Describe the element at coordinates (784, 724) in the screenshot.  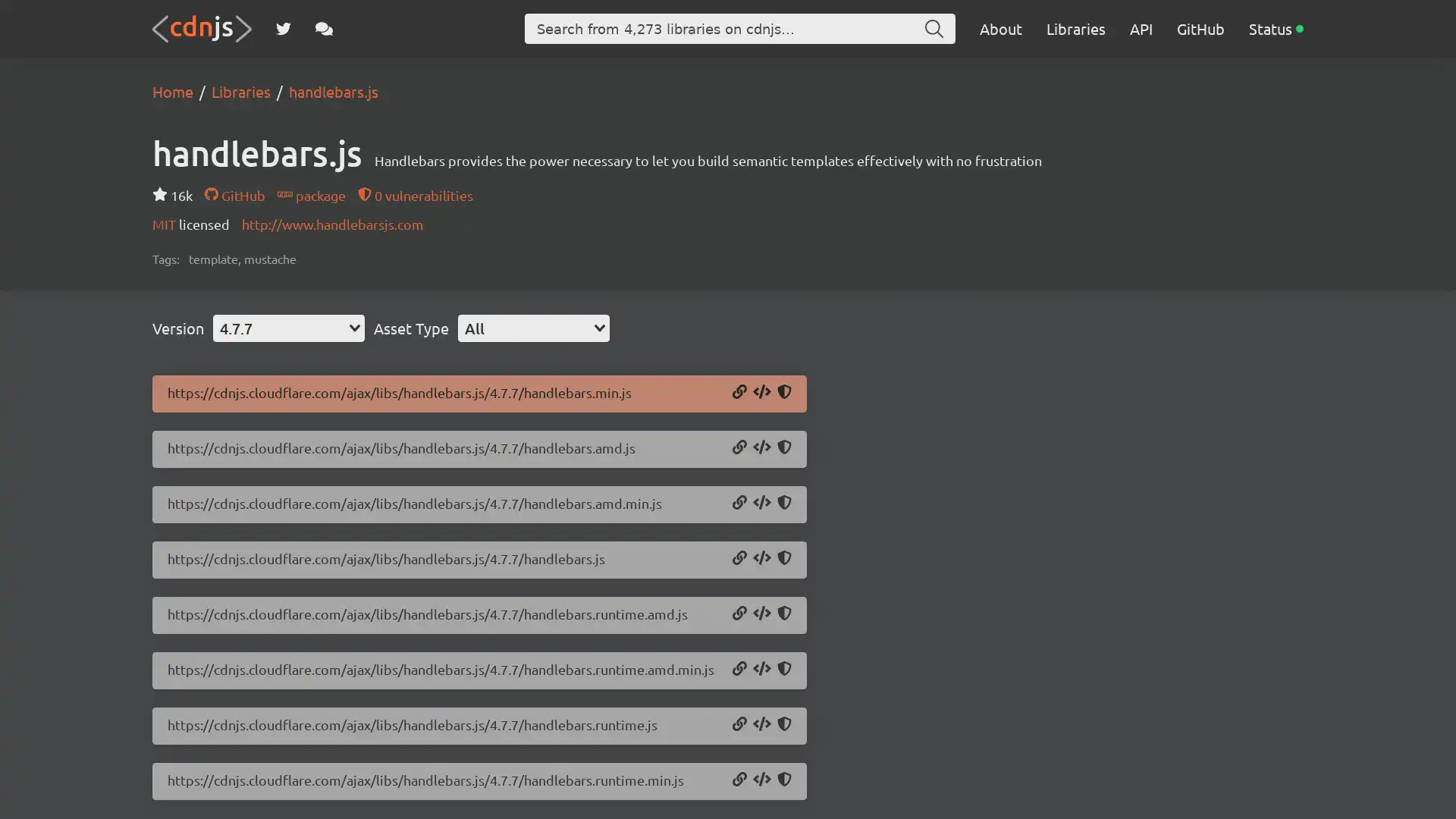
I see `Copy SRI Hash` at that location.